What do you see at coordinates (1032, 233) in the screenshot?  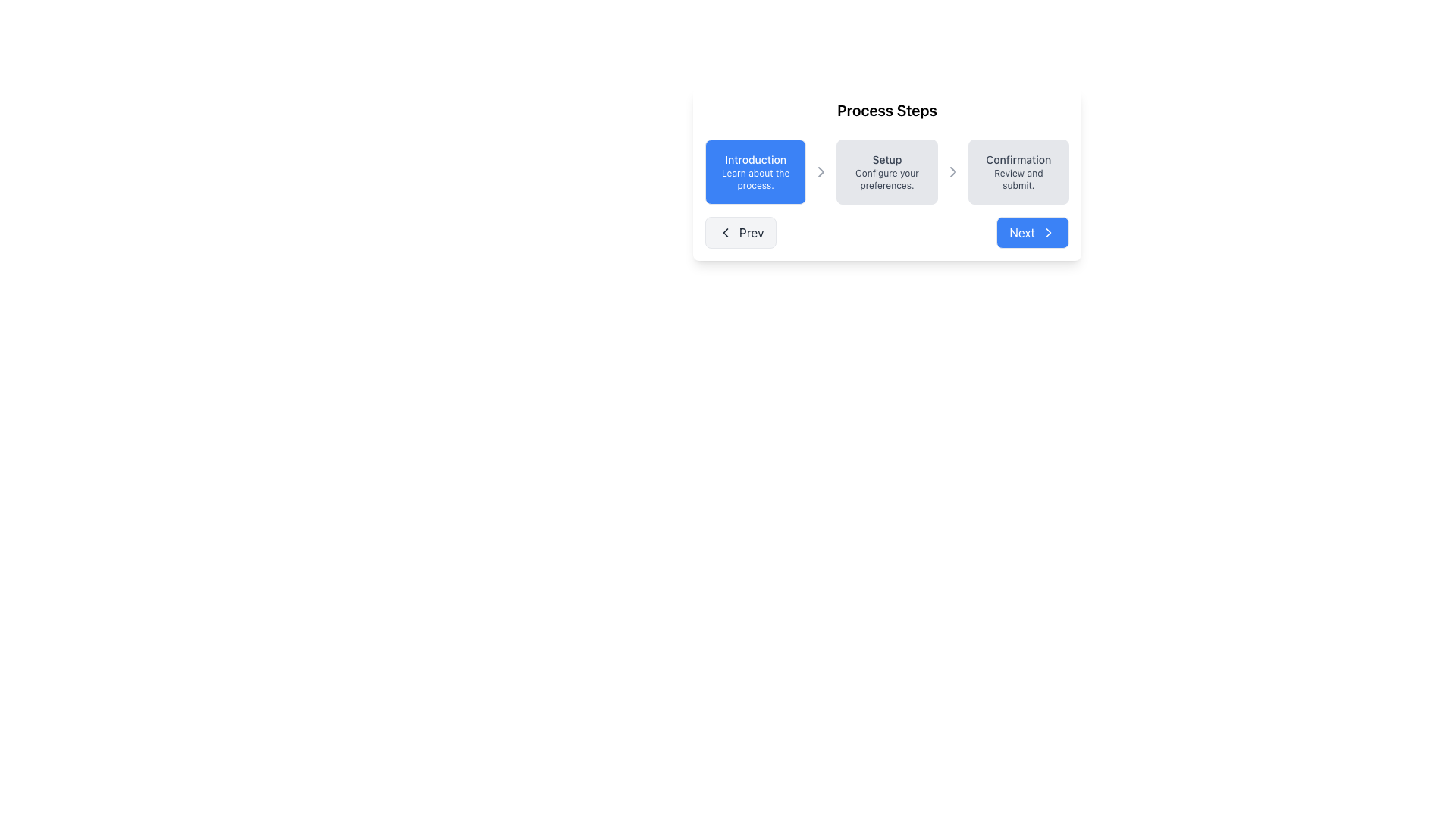 I see `the rectangular button with a blue background and white text 'Next'` at bounding box center [1032, 233].